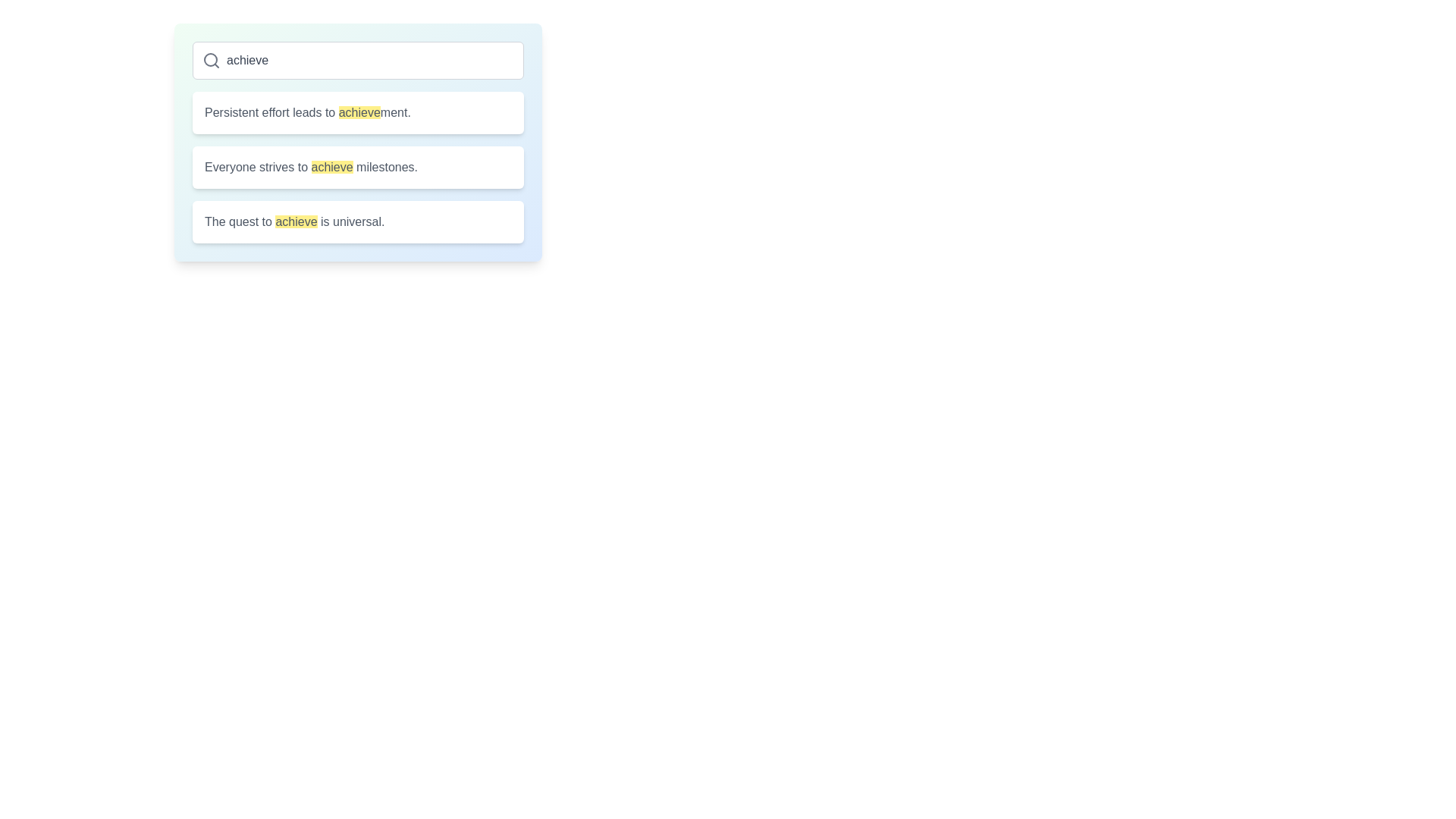  What do you see at coordinates (294, 222) in the screenshot?
I see `the text label displaying 'The quest to achieve is universal.' with 'achieve' highlighted in yellow, which is the third item in the vertical list of suggestions below the search field` at bounding box center [294, 222].